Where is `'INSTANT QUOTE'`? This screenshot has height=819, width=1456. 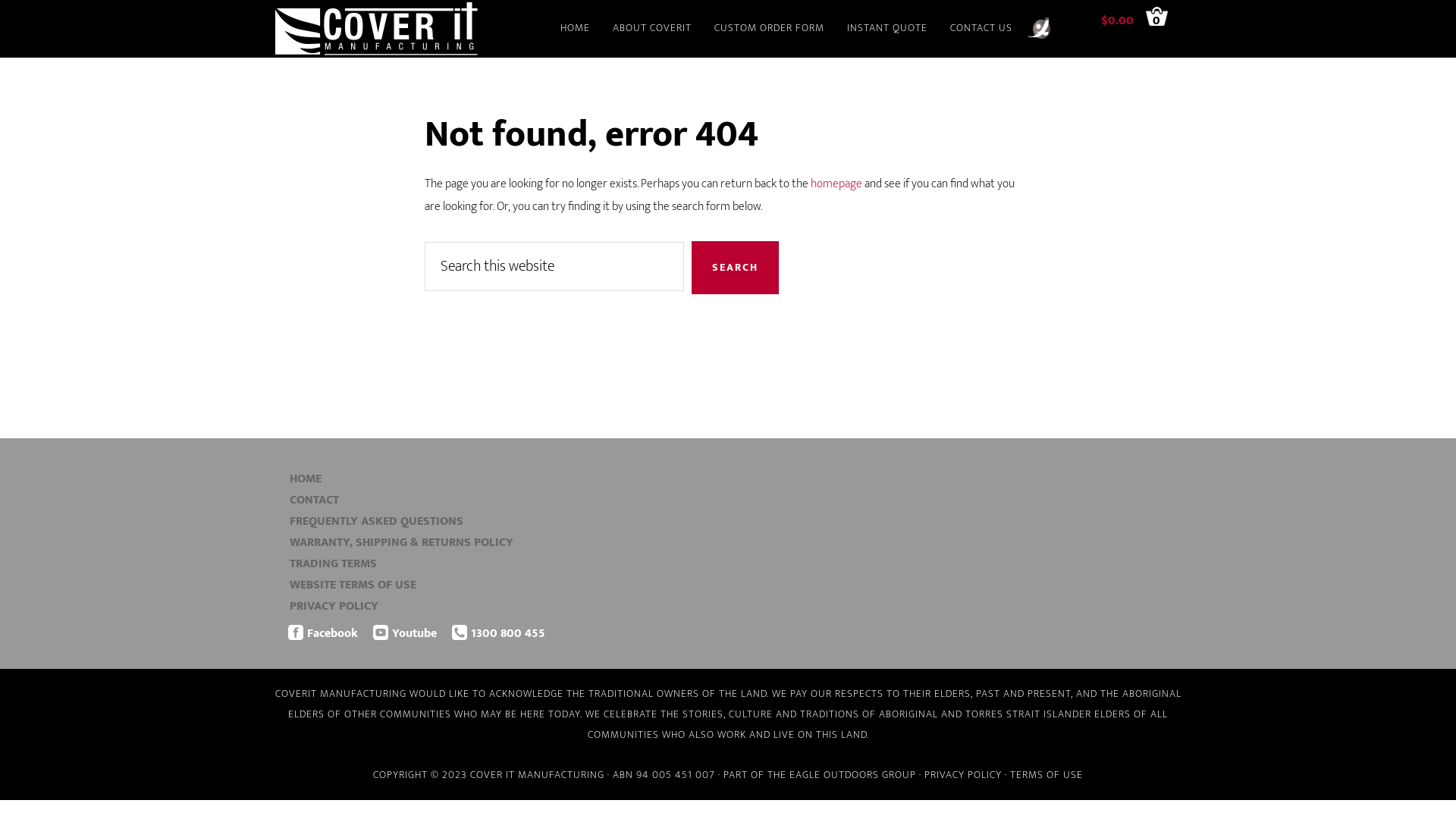
'INSTANT QUOTE' is located at coordinates (887, 29).